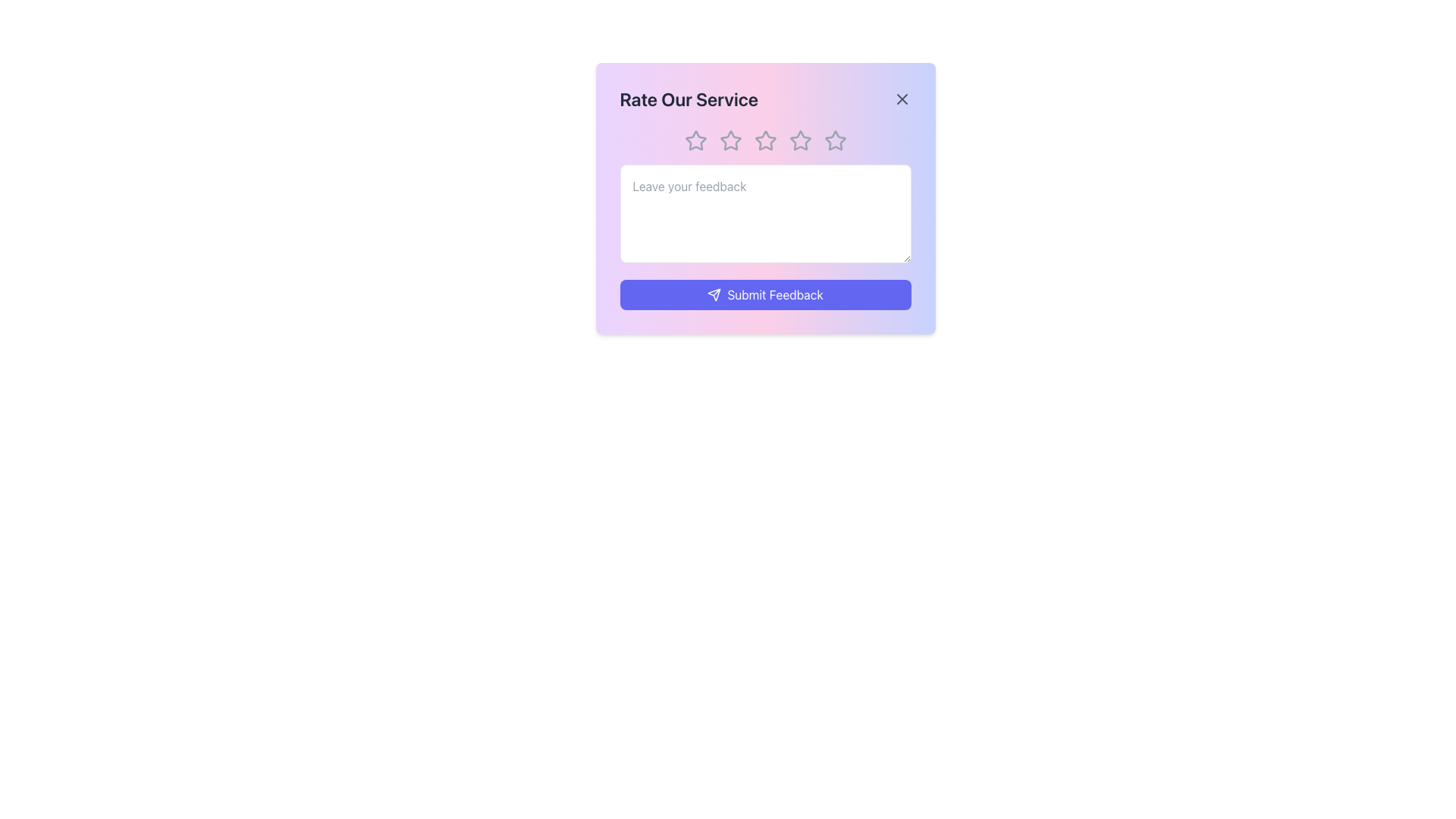  Describe the element at coordinates (799, 140) in the screenshot. I see `the third star in the 'Rate Our Service' modal` at that location.